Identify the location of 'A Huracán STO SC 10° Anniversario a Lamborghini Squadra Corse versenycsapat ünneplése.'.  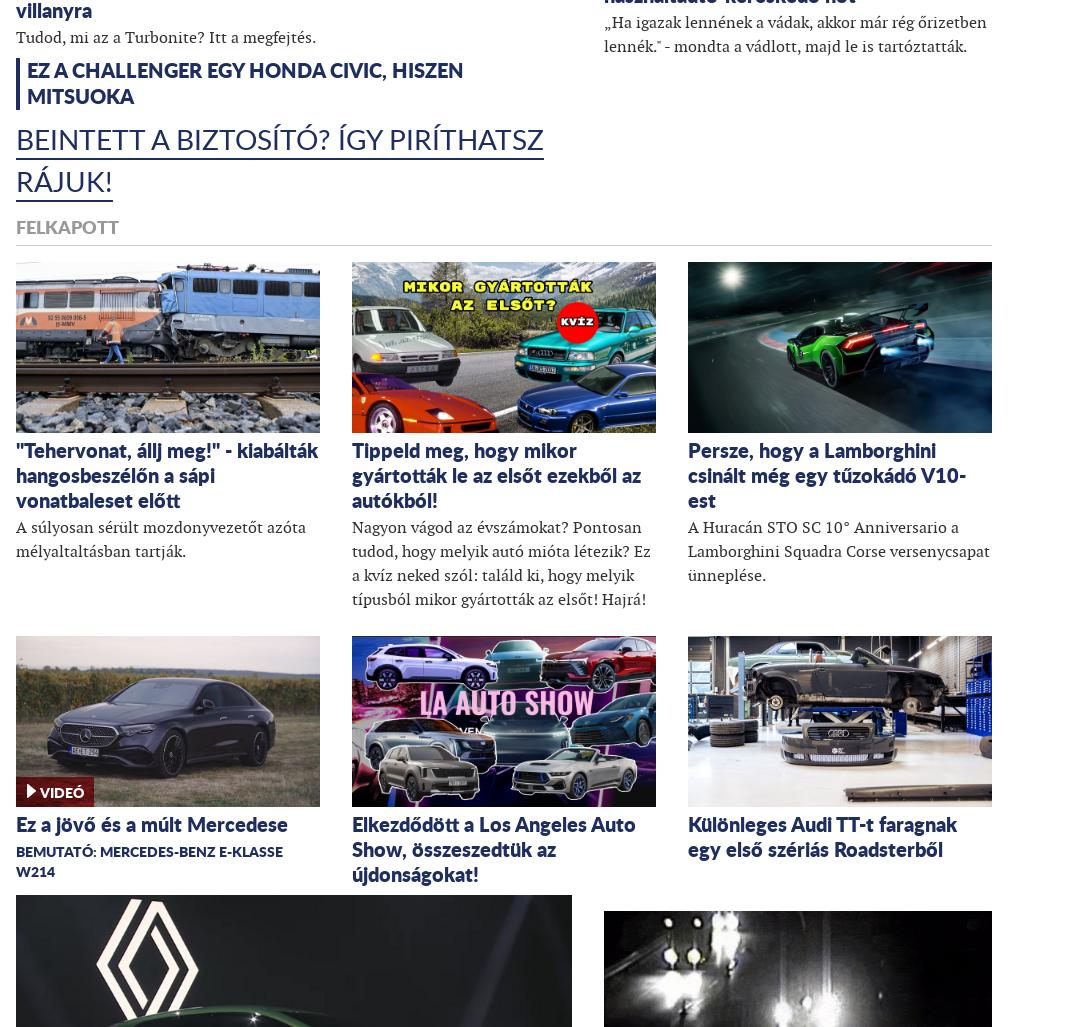
(687, 550).